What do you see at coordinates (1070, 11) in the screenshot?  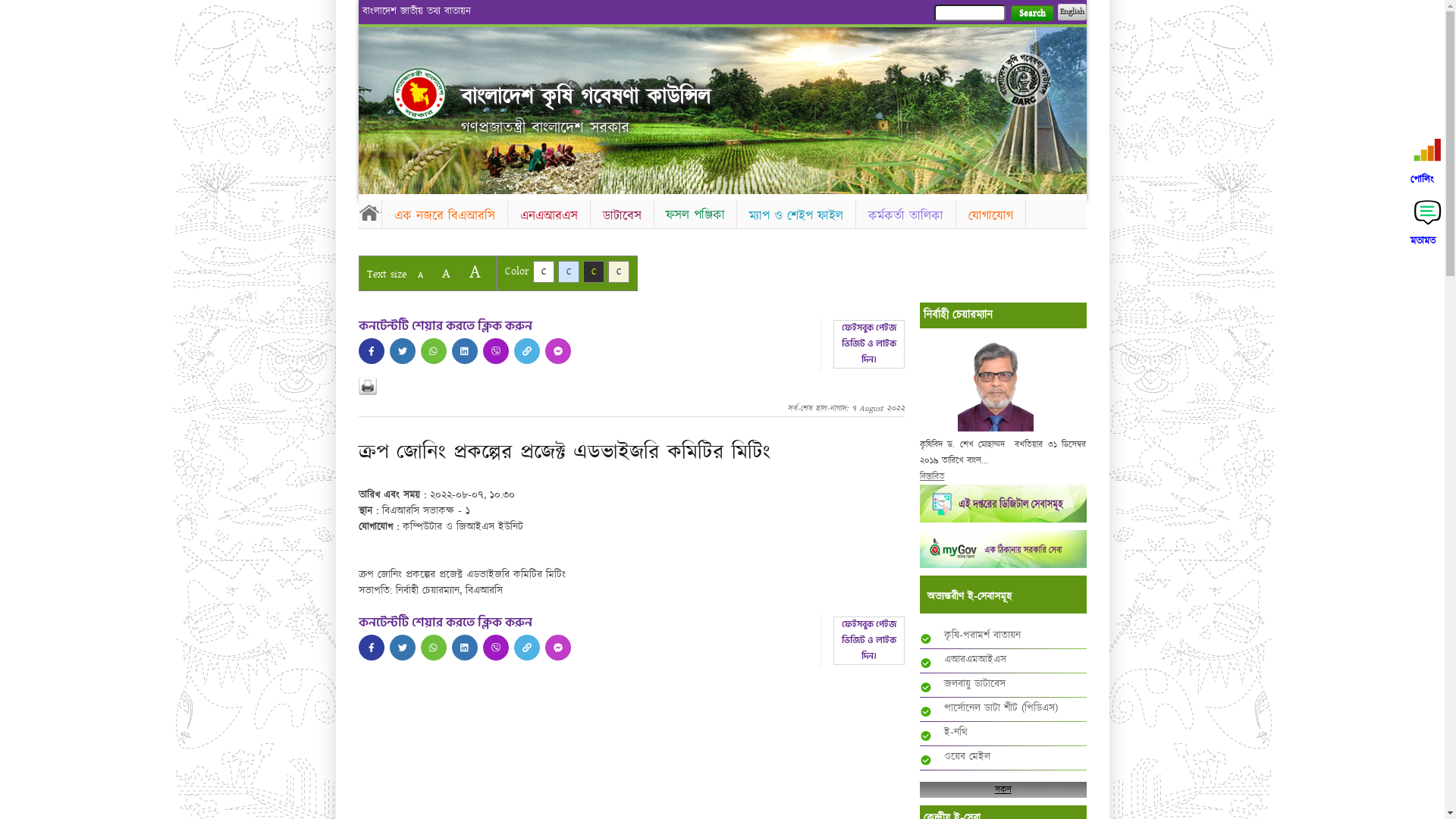 I see `'English'` at bounding box center [1070, 11].